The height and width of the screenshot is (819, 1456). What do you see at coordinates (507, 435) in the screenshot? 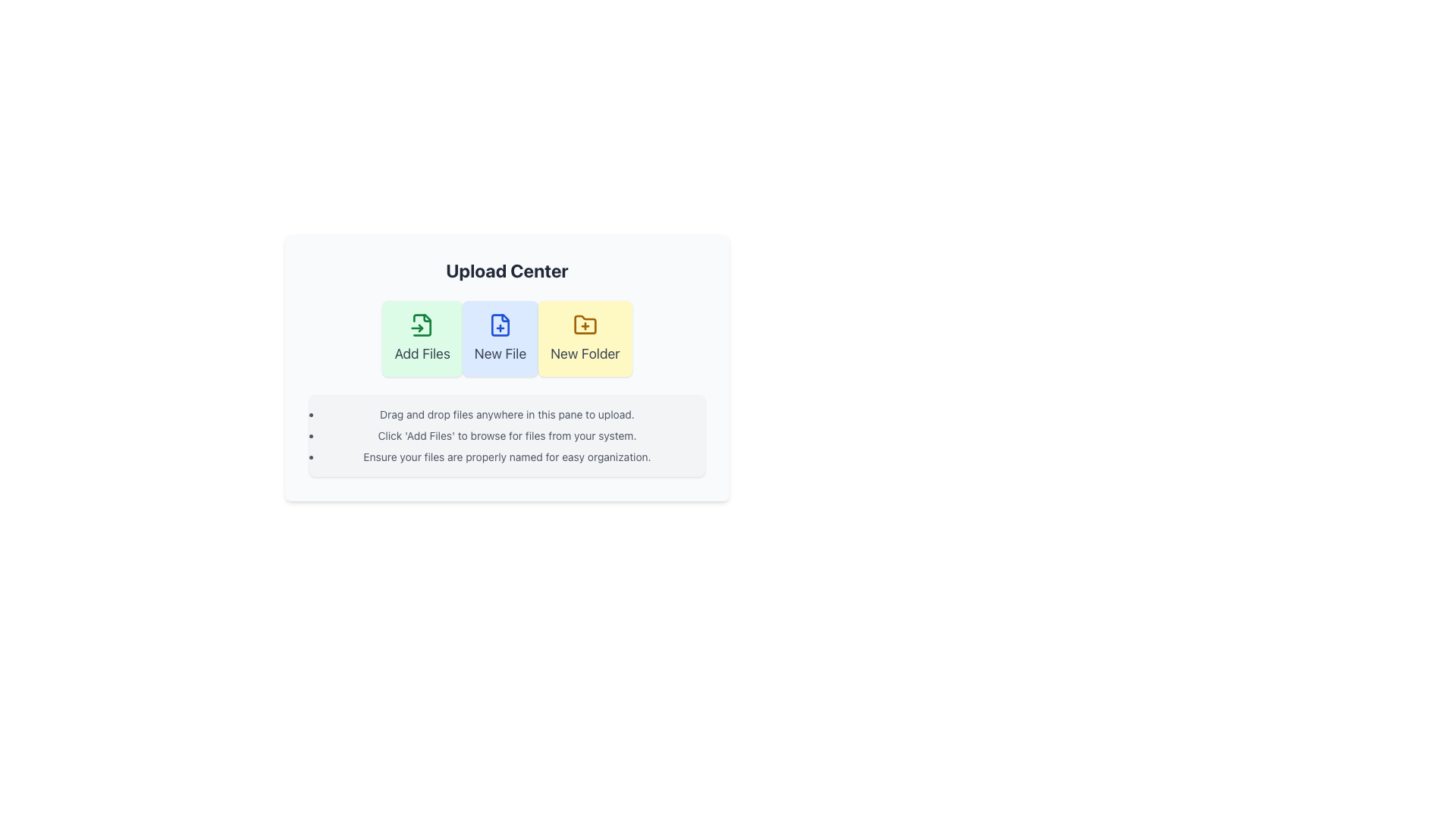
I see `instructions displayed as the text 'Click "Add Files" to browse for files from your system.' which is the second item in a list of three, positioned between two other instructions` at bounding box center [507, 435].